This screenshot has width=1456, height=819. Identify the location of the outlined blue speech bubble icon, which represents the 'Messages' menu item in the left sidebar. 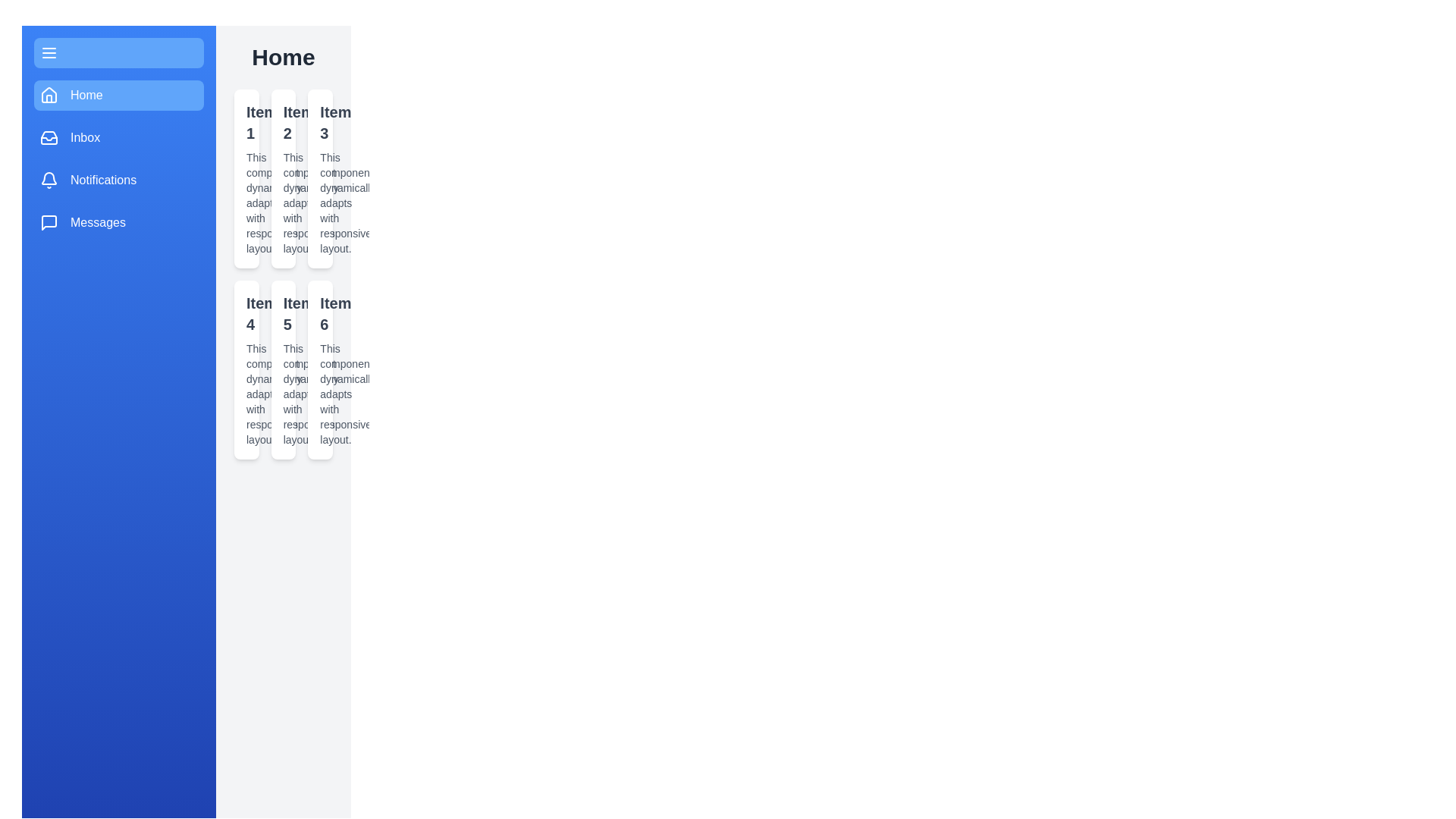
(49, 222).